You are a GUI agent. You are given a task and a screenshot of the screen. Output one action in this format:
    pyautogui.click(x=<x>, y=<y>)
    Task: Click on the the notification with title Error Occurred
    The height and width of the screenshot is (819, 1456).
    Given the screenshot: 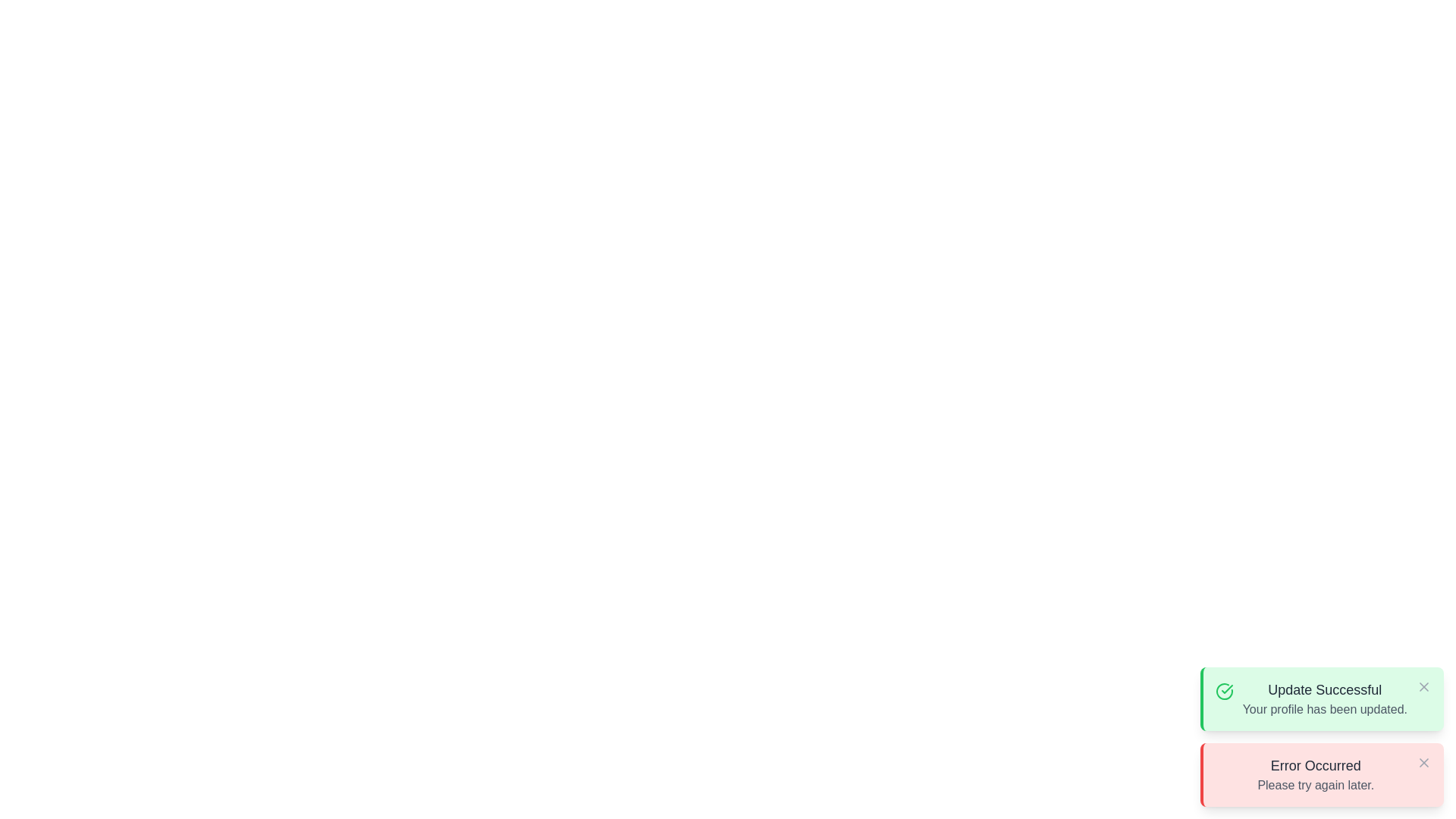 What is the action you would take?
    pyautogui.click(x=1320, y=775)
    